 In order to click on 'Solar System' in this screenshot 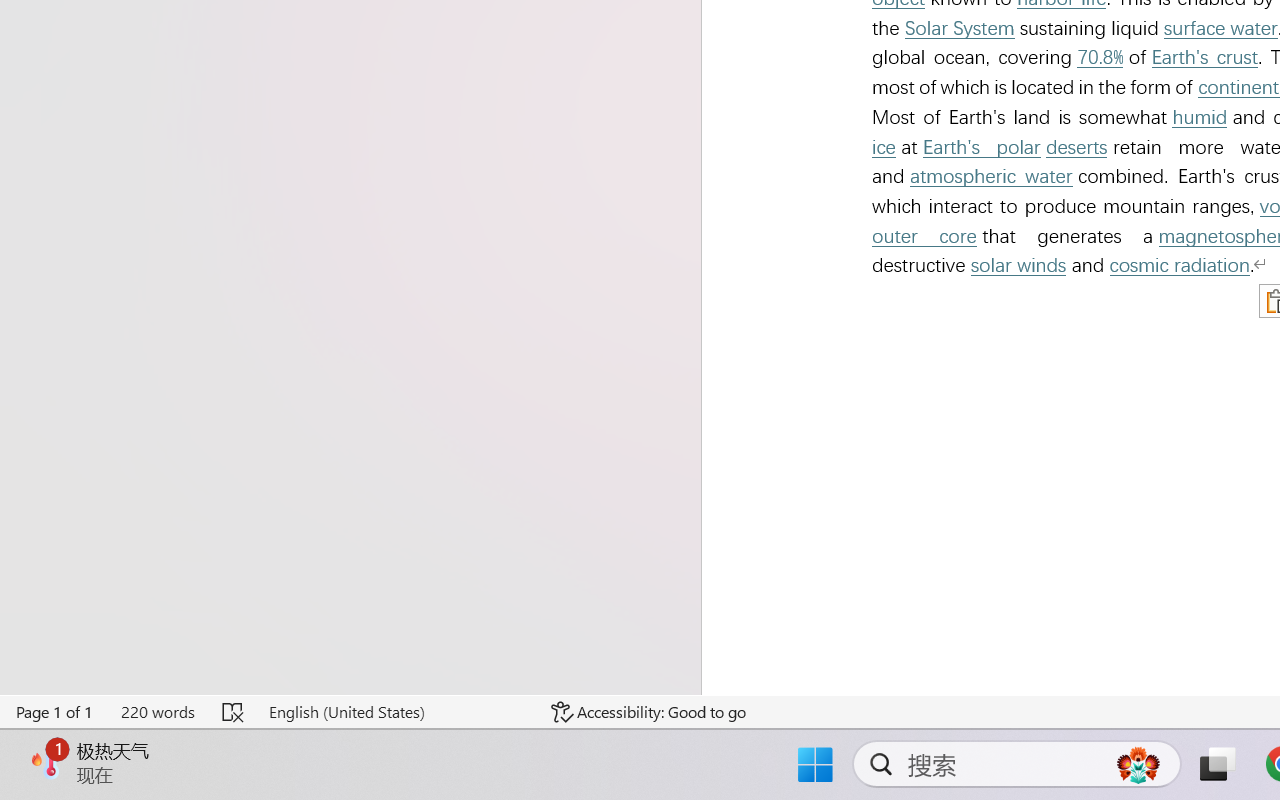, I will do `click(960, 28)`.